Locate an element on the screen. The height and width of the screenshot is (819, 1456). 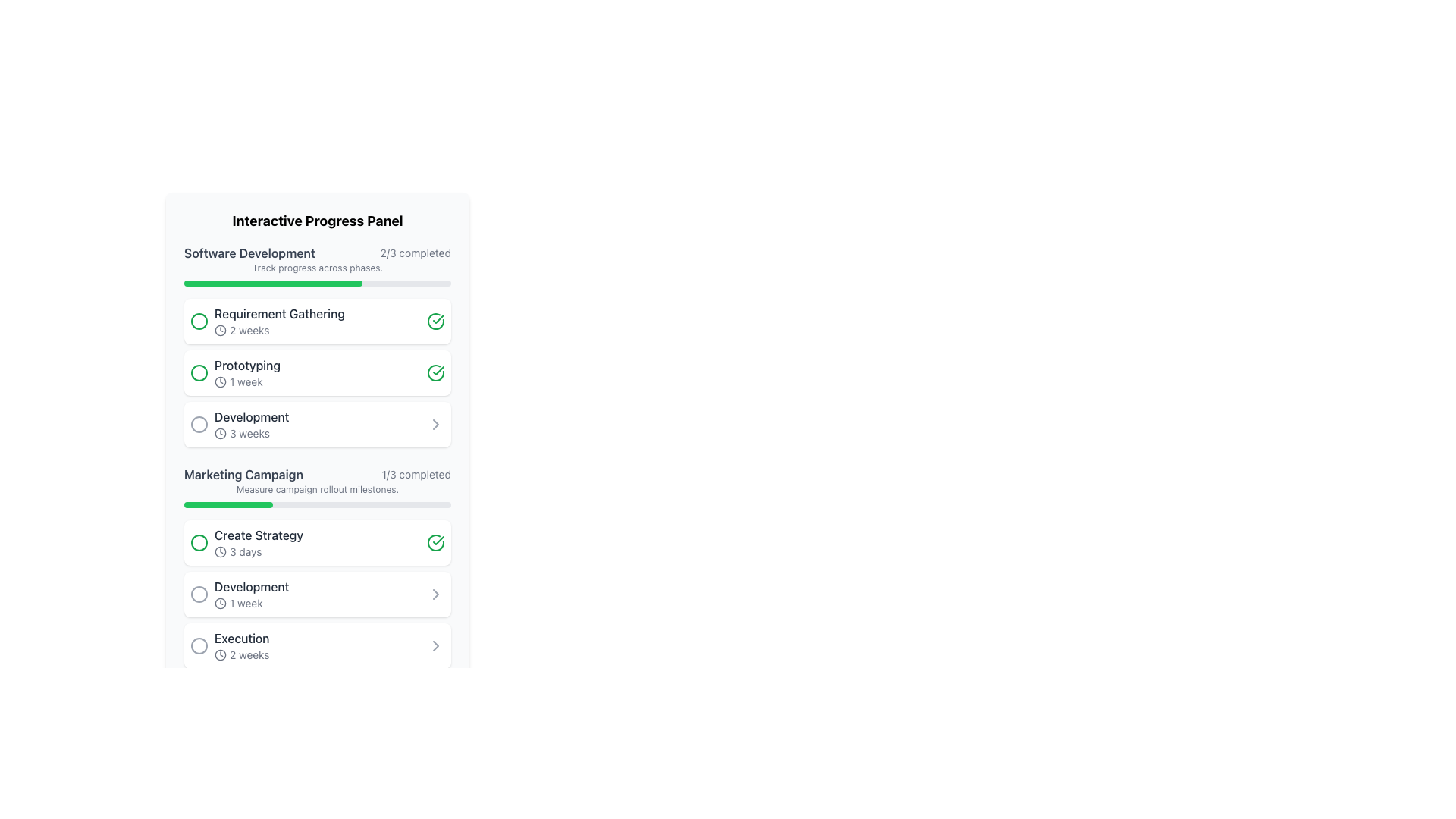
the informational text element for the project phase 'Prototyping' located in the 'Software Development' list, which is the second item between 'Requirement Gathering' and 'Development' is located at coordinates (247, 373).